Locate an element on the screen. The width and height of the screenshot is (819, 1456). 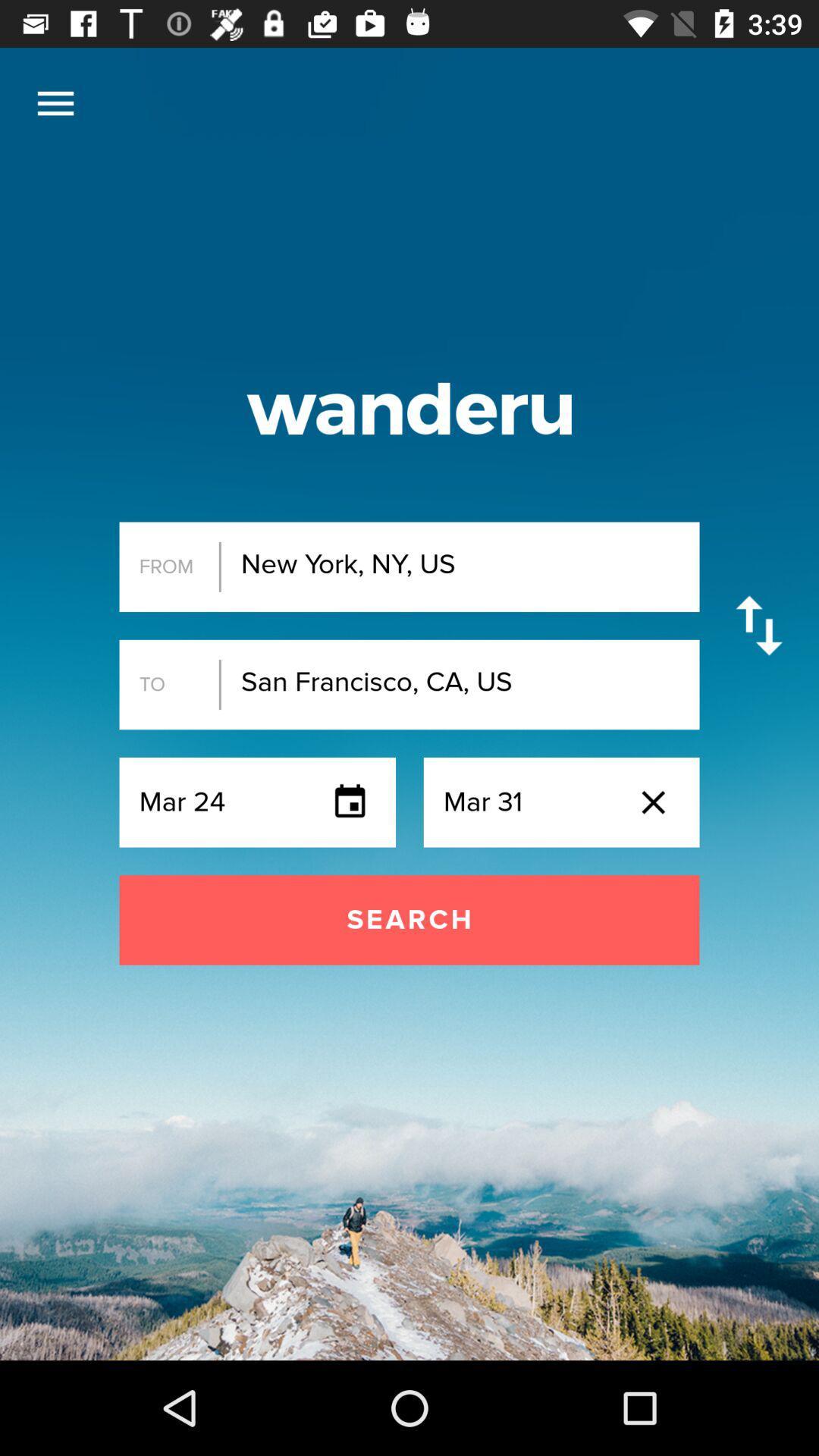
exchange cities is located at coordinates (759, 626).